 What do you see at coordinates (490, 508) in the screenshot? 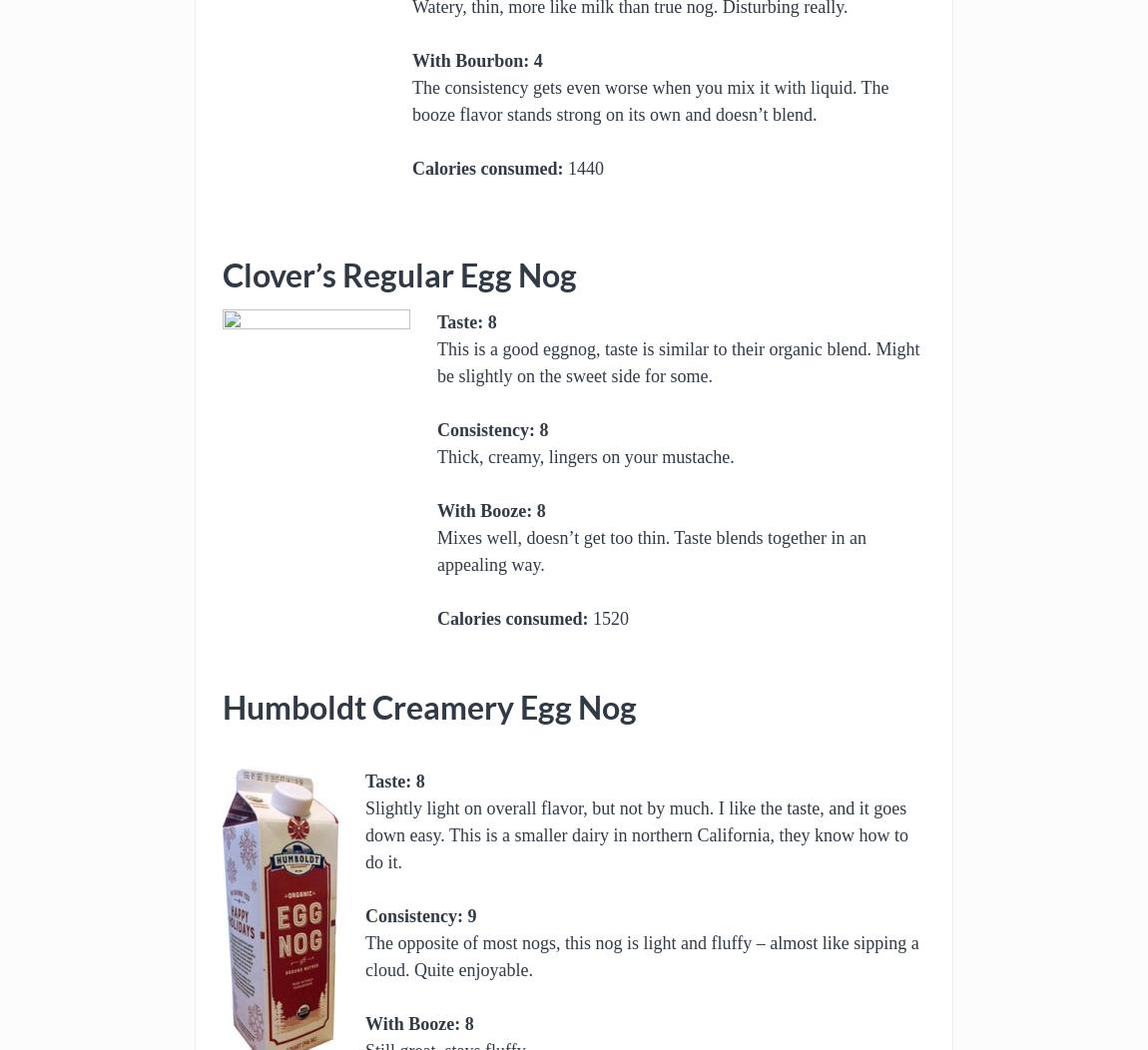
I see `'With Booze: 8'` at bounding box center [490, 508].